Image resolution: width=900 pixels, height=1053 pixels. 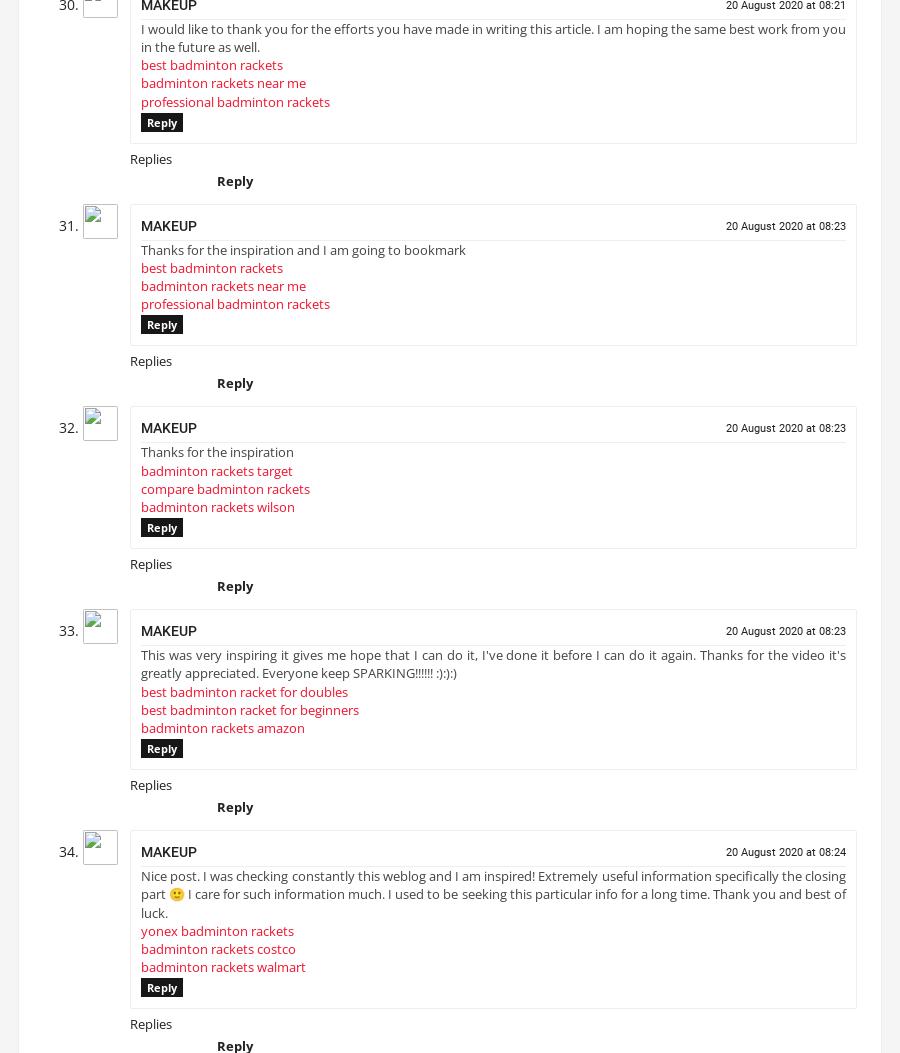 What do you see at coordinates (225, 495) in the screenshot?
I see `'compare badminton rackets'` at bounding box center [225, 495].